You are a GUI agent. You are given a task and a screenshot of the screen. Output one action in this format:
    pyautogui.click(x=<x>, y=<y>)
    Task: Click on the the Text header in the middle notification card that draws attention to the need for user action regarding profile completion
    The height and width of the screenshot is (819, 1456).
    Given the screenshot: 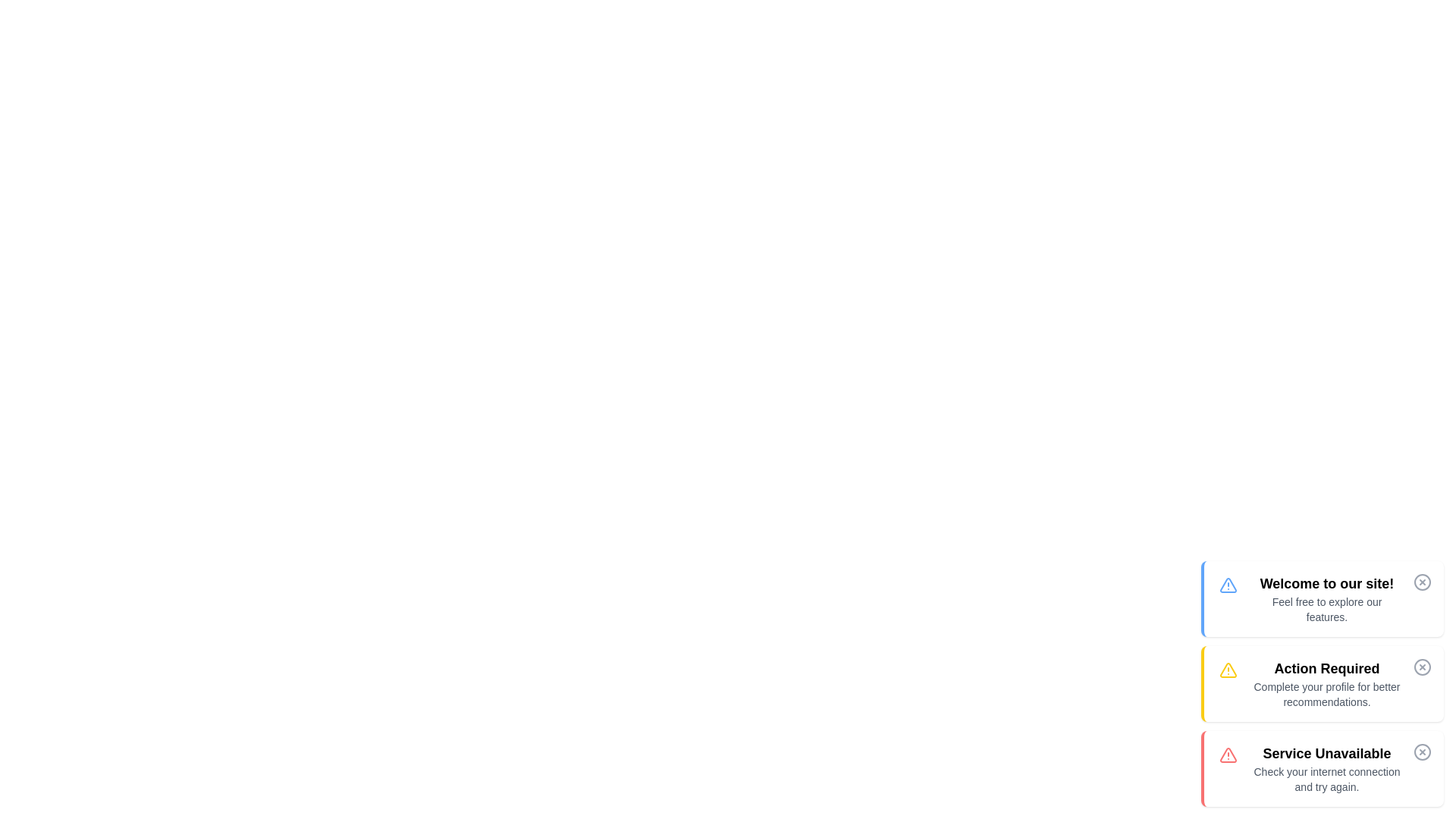 What is the action you would take?
    pyautogui.click(x=1326, y=668)
    